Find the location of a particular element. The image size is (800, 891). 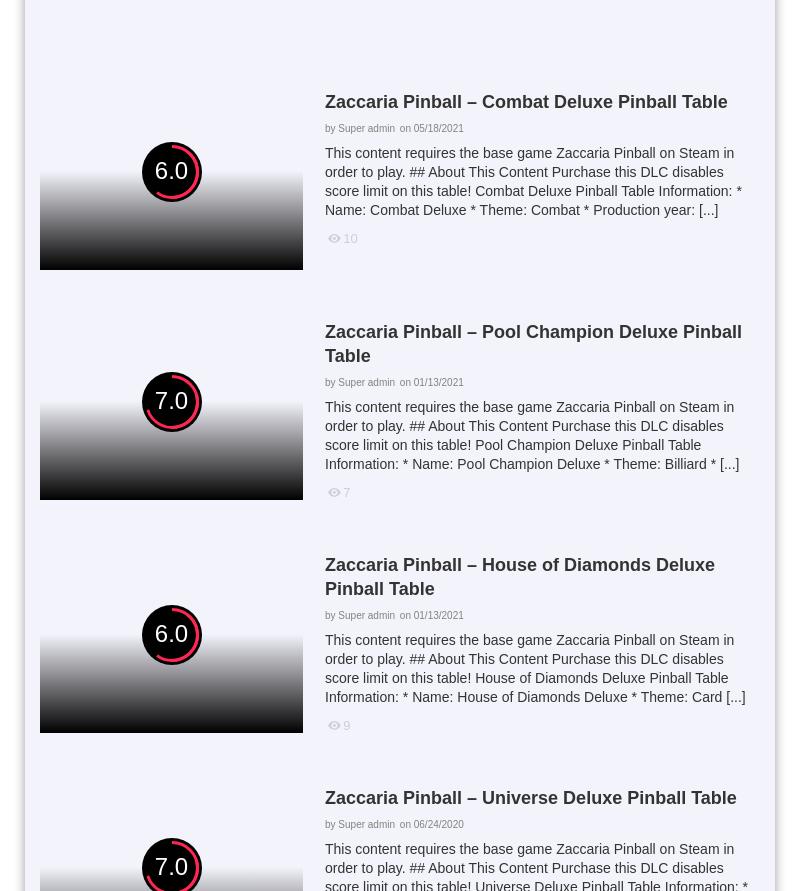

'This content requires the base game Zaccaria Pinball on Steam in order to play. ## About This Content Purchase this DLC disables score limit on this table! Pool Champion Deluxe Pinball Table Information: * Name: Pool Champion Deluxe * Theme: Billiard * [...]' is located at coordinates (323, 435).